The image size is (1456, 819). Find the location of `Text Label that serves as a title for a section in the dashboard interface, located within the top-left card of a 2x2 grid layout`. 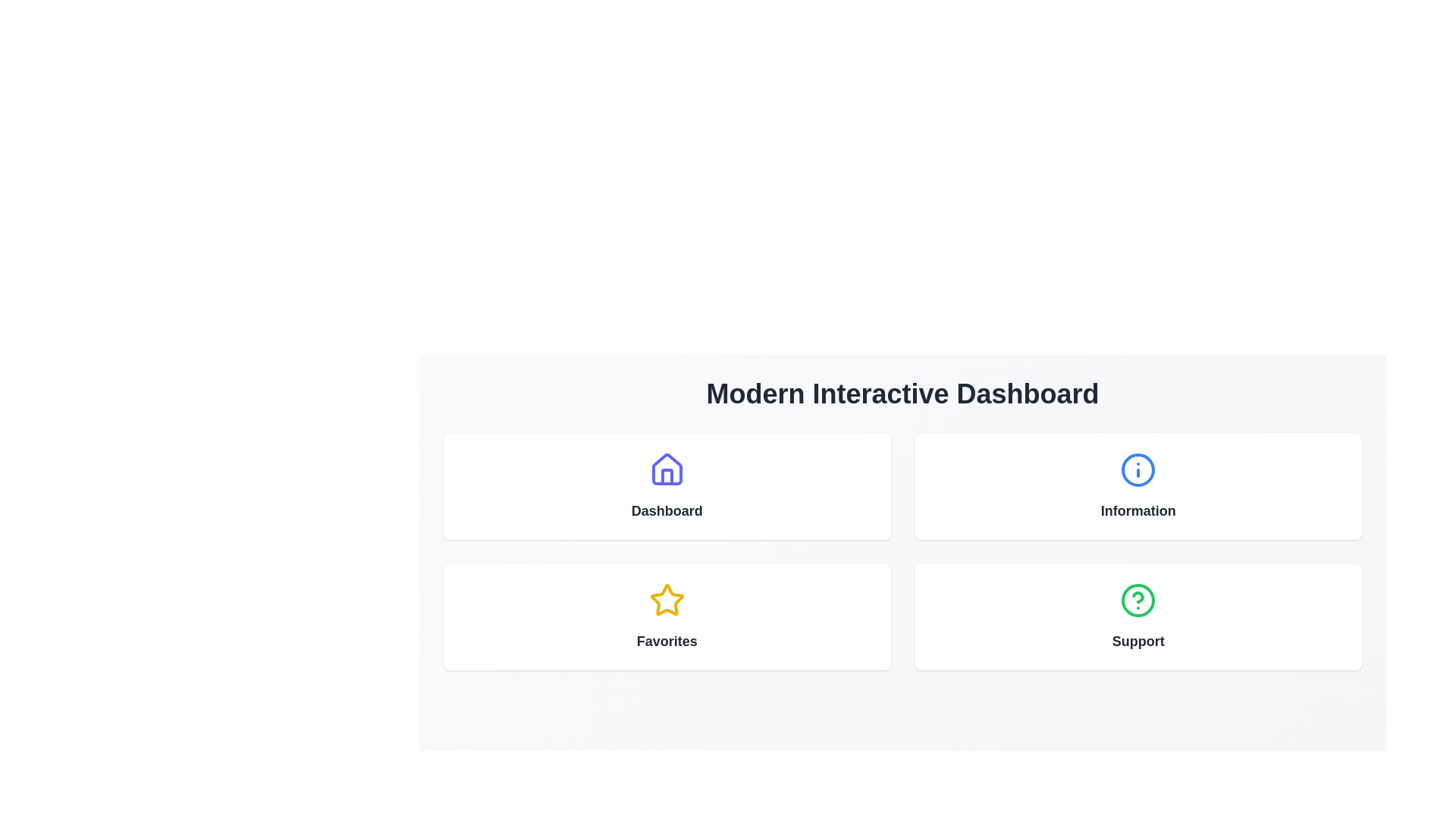

Text Label that serves as a title for a section in the dashboard interface, located within the top-left card of a 2x2 grid layout is located at coordinates (667, 511).